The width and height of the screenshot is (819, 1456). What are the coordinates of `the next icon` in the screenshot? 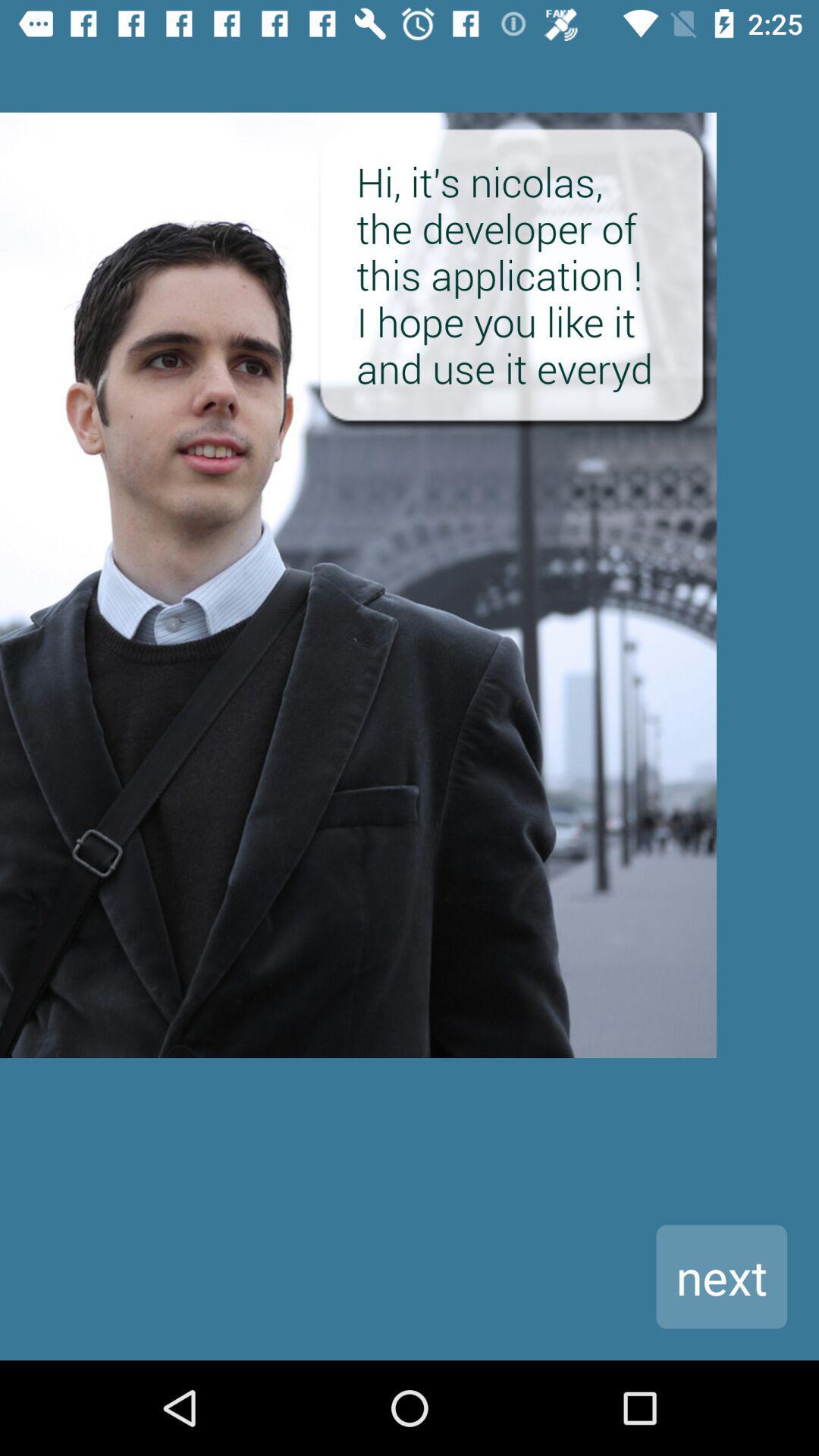 It's located at (720, 1276).